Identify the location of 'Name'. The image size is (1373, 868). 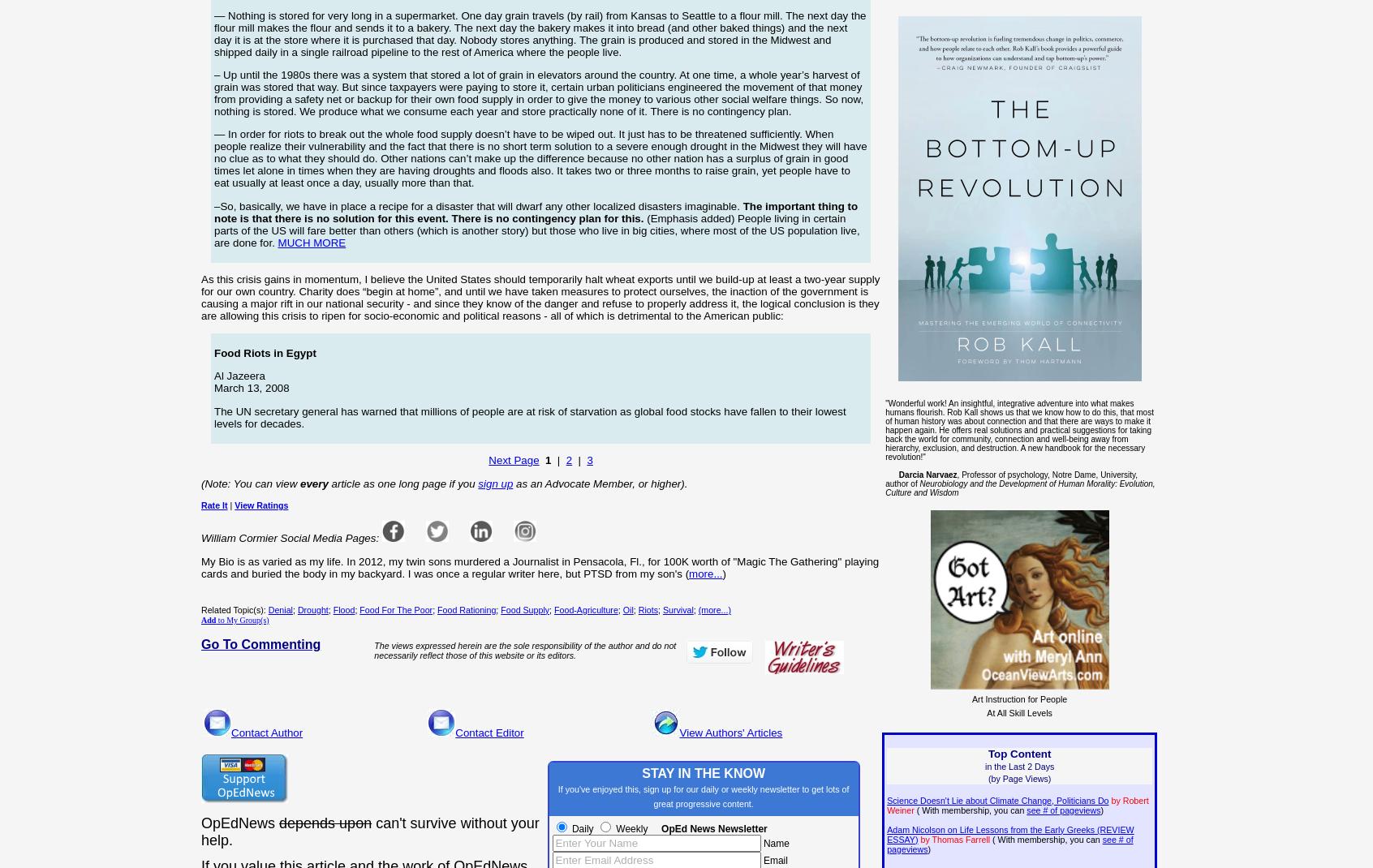
(774, 844).